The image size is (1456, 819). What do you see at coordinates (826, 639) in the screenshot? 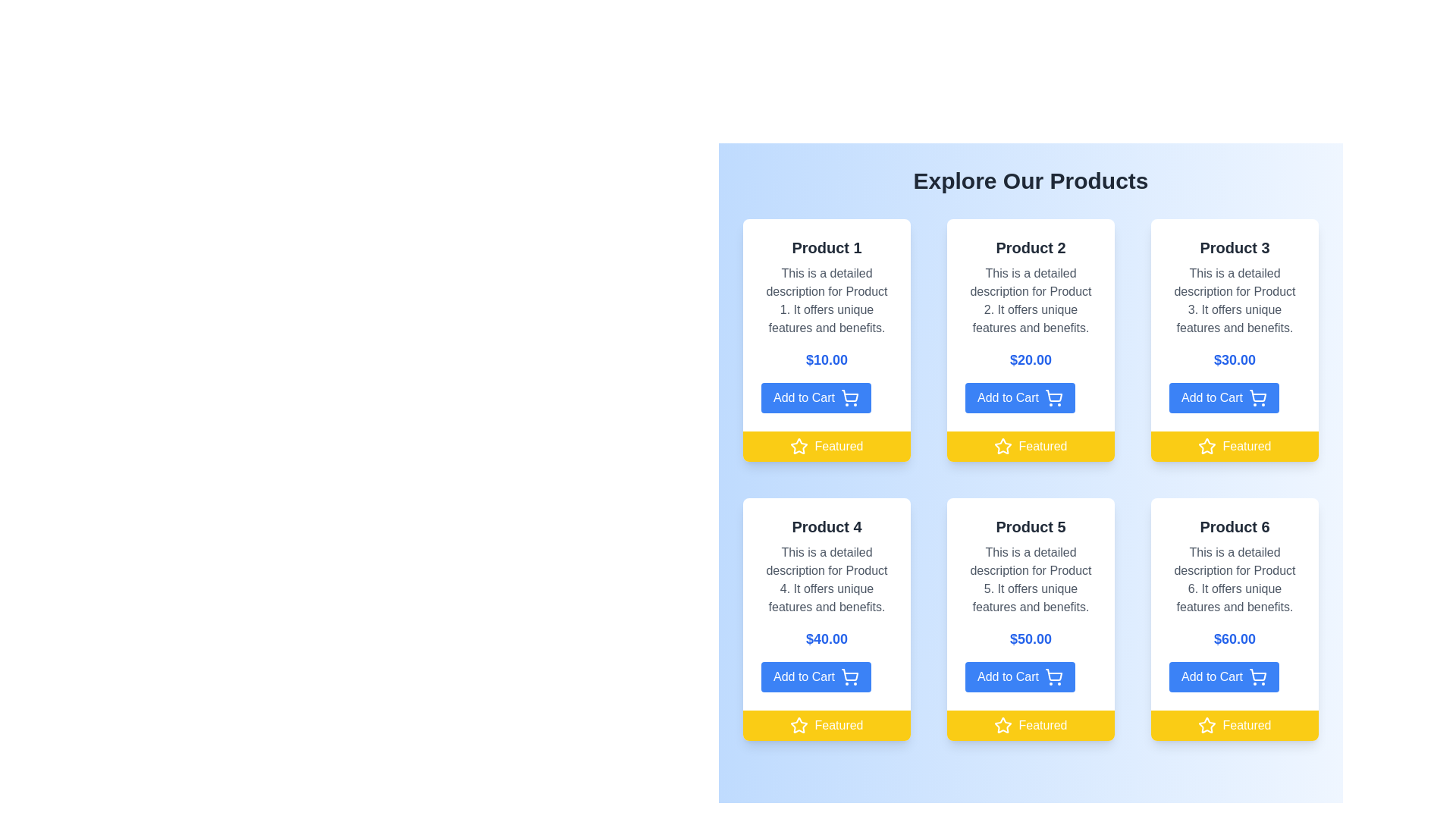
I see `the Text Label displaying the price for 'Product 4', which is centrally located below the product title and above the 'Add to Cart' button` at bounding box center [826, 639].